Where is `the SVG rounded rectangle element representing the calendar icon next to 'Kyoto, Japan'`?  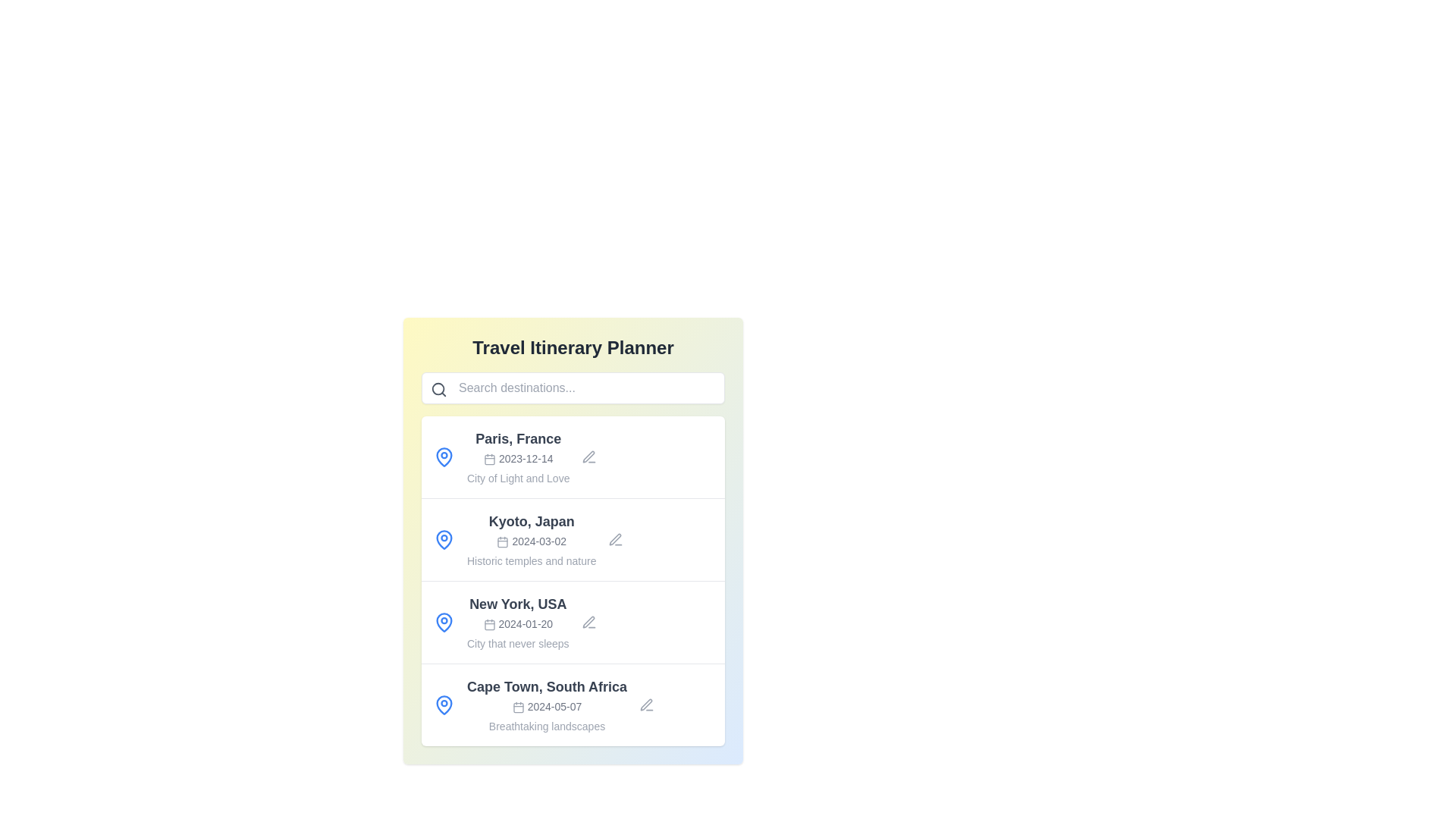
the SVG rounded rectangle element representing the calendar icon next to 'Kyoto, Japan' is located at coordinates (503, 541).